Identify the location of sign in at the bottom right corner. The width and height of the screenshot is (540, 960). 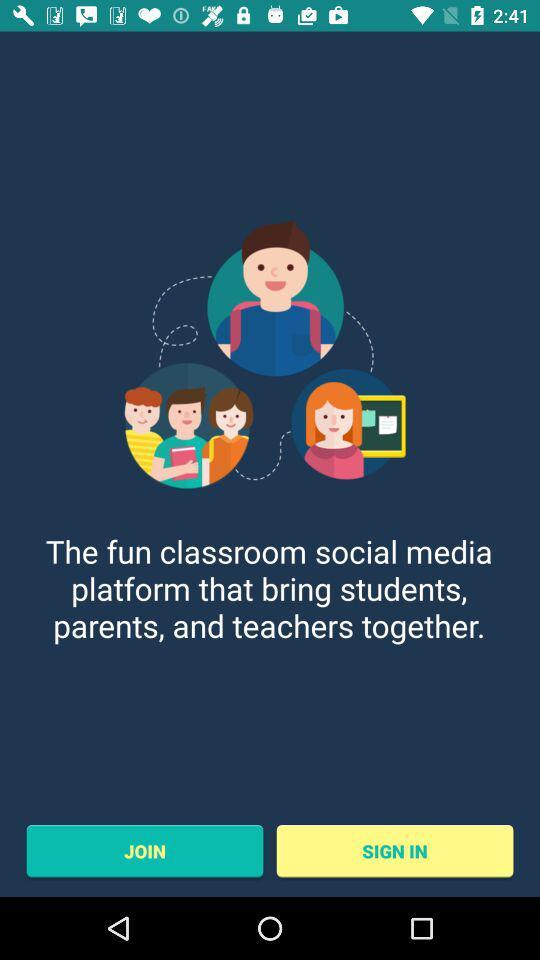
(395, 850).